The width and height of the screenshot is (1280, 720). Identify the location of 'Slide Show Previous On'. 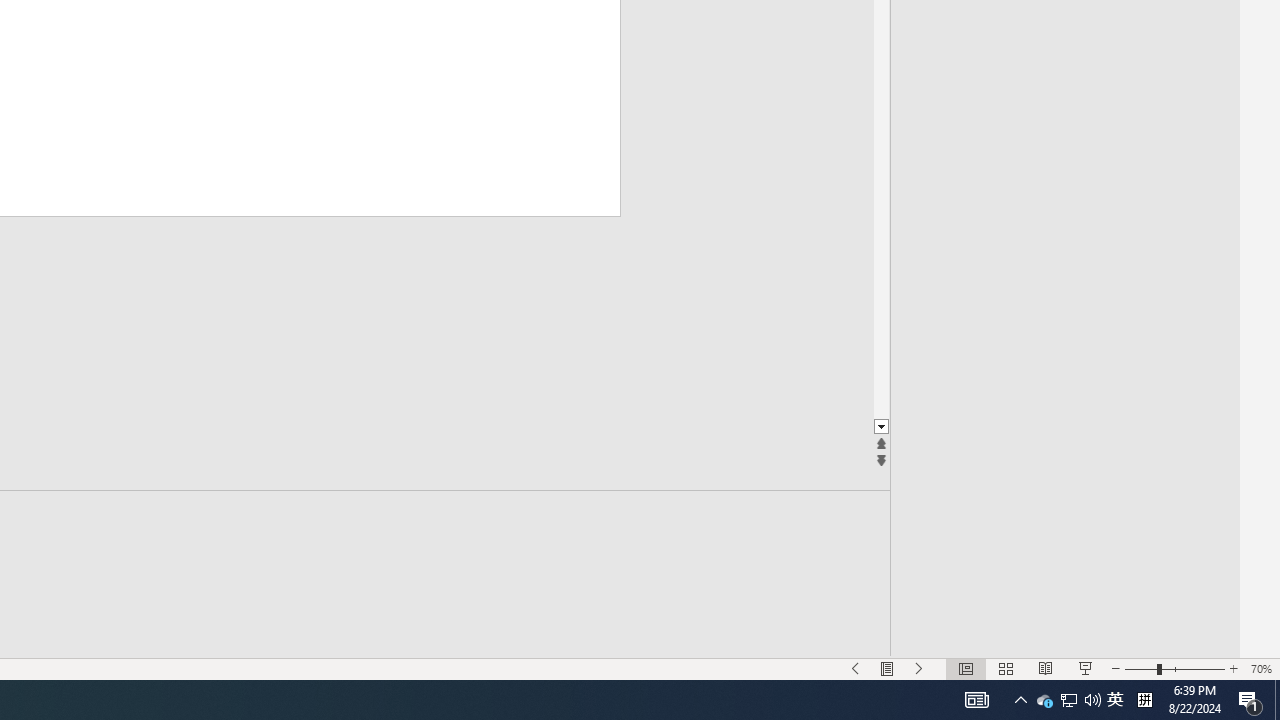
(855, 669).